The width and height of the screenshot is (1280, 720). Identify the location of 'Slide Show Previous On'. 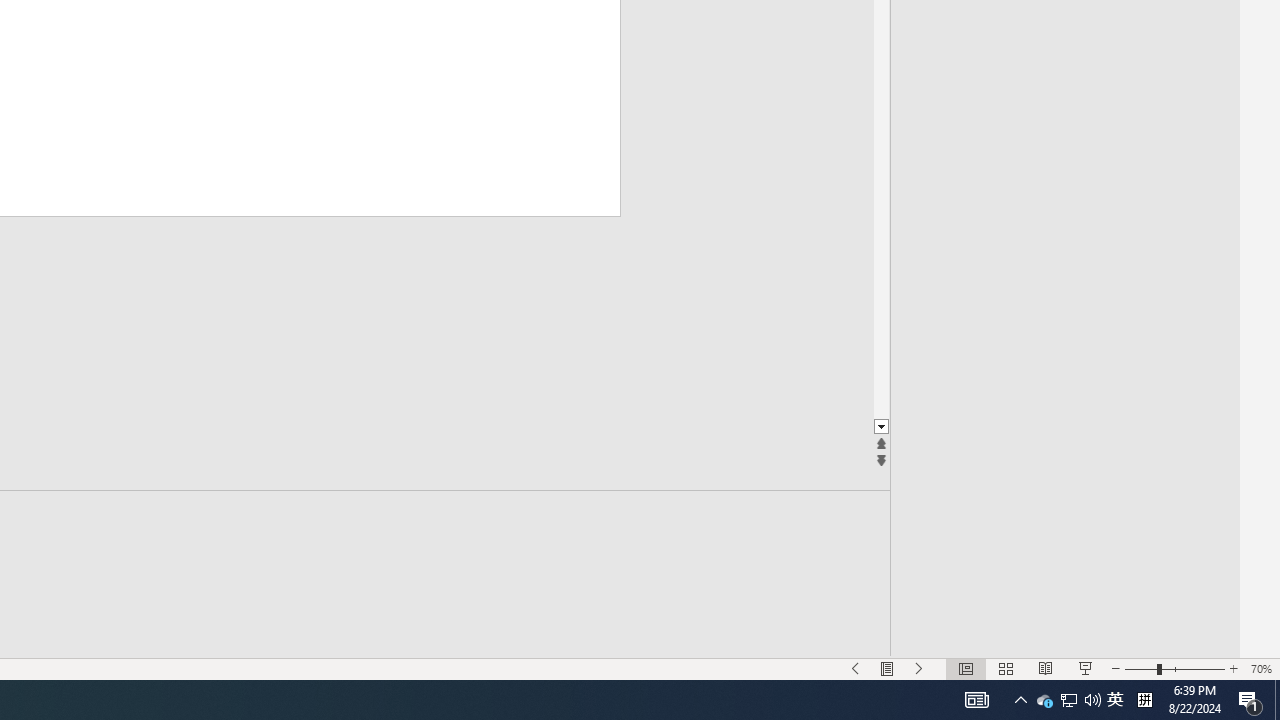
(855, 669).